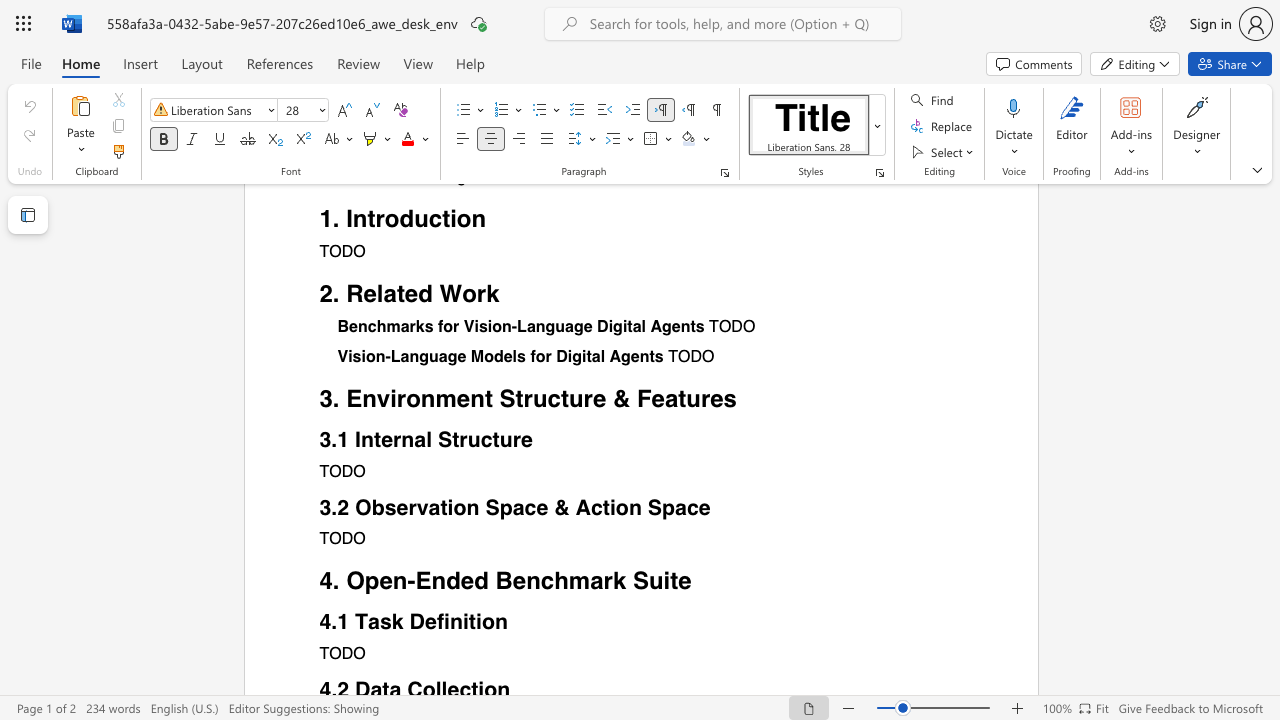  Describe the element at coordinates (445, 581) in the screenshot. I see `the subset text "ded Be" within the text "4. Open-Ended Benchmark Suite"` at that location.